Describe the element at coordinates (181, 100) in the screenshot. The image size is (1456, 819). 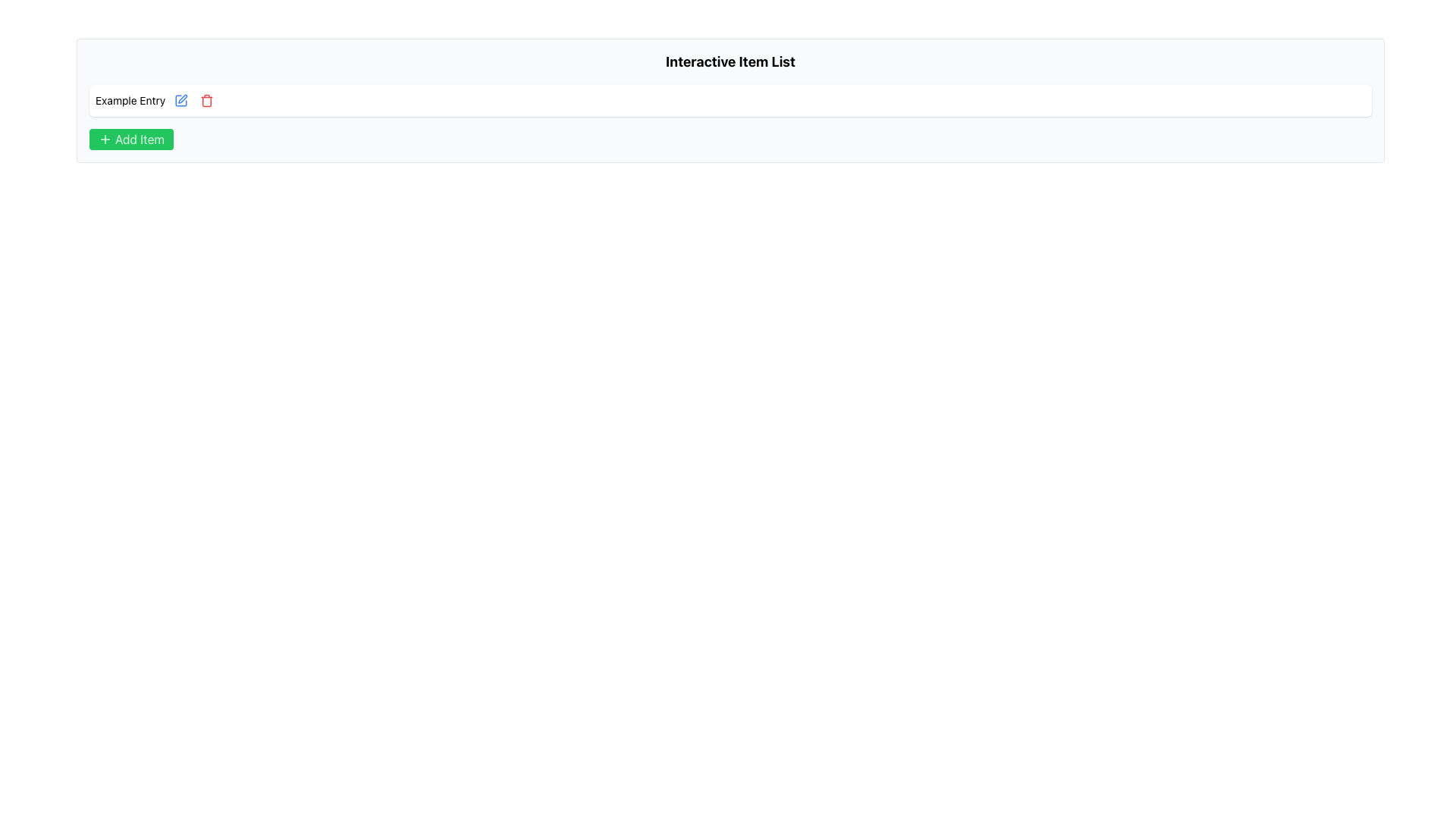
I see `the editing icon represented by a square outline with rounded corners and a pen symbol, located in the toolbar next to 'Example Entry'` at that location.